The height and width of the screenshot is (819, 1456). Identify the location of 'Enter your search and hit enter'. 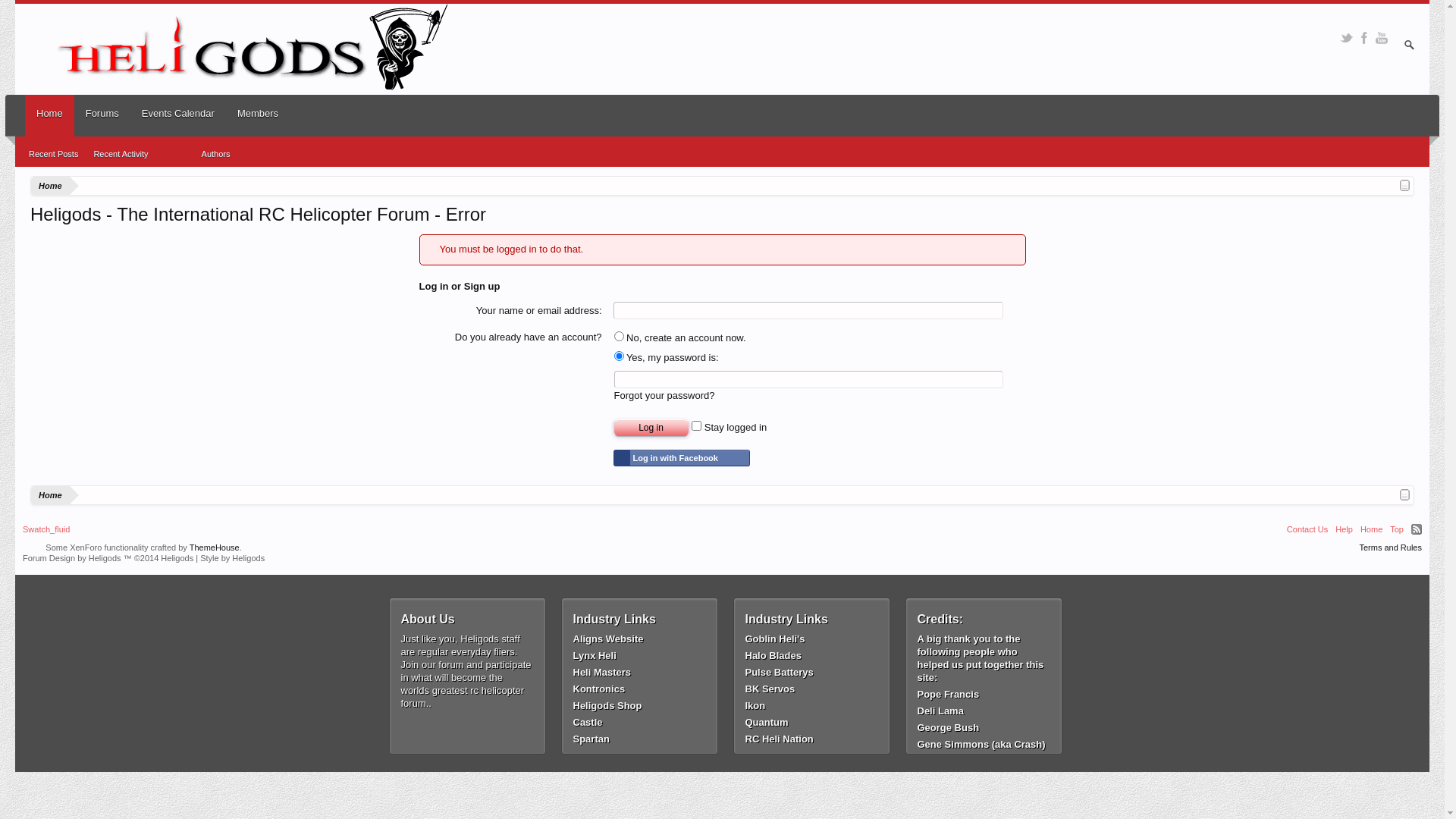
(1407, 44).